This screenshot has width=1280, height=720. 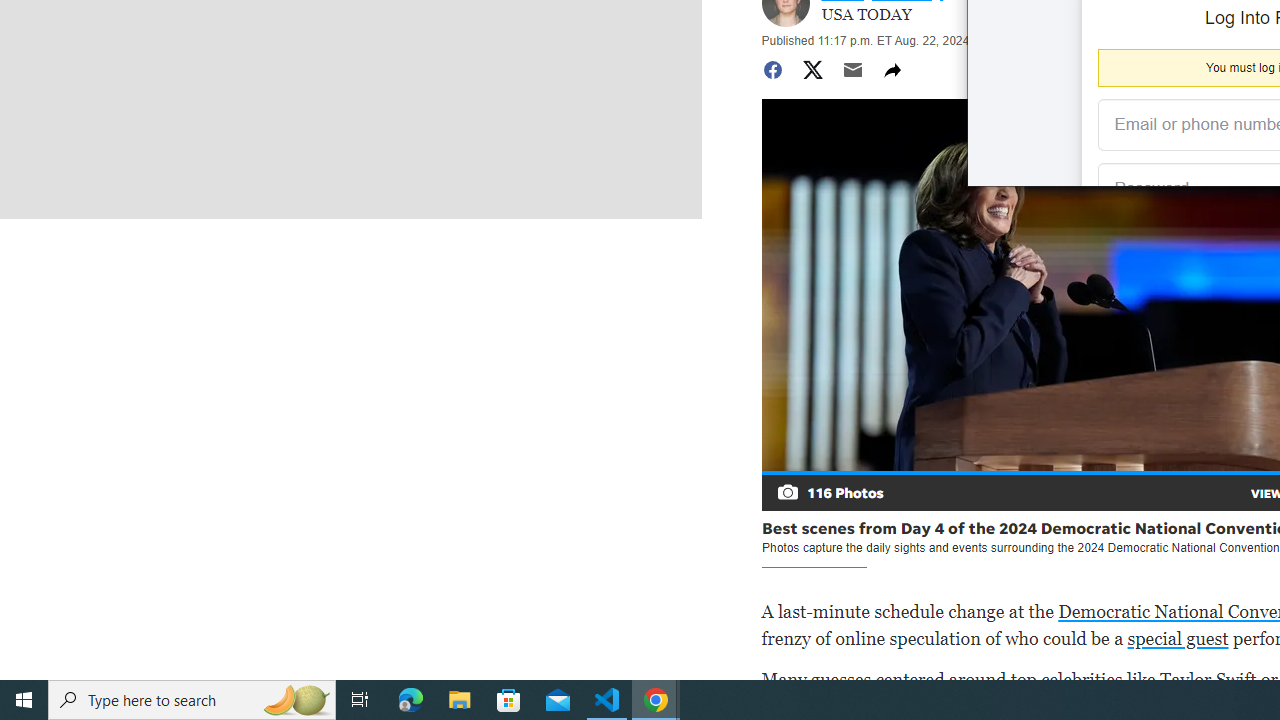 I want to click on 'Share to Facebook', so click(x=771, y=68).